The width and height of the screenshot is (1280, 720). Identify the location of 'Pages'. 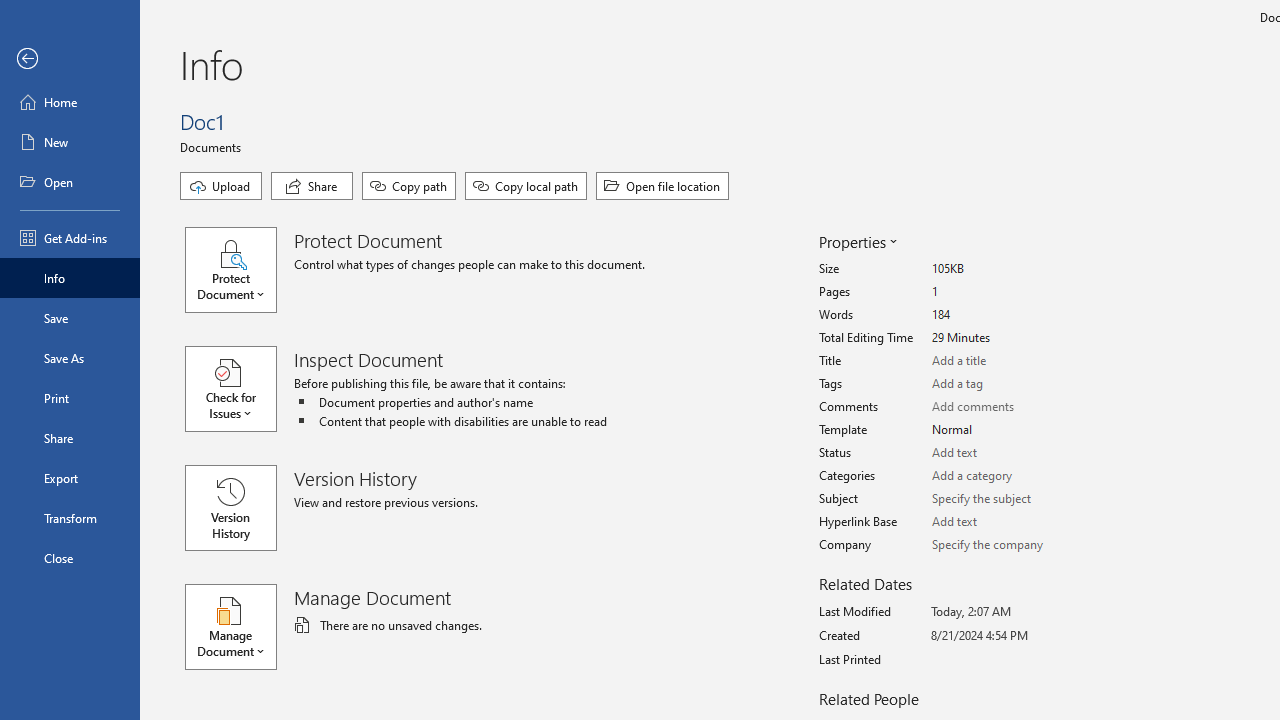
(1006, 292).